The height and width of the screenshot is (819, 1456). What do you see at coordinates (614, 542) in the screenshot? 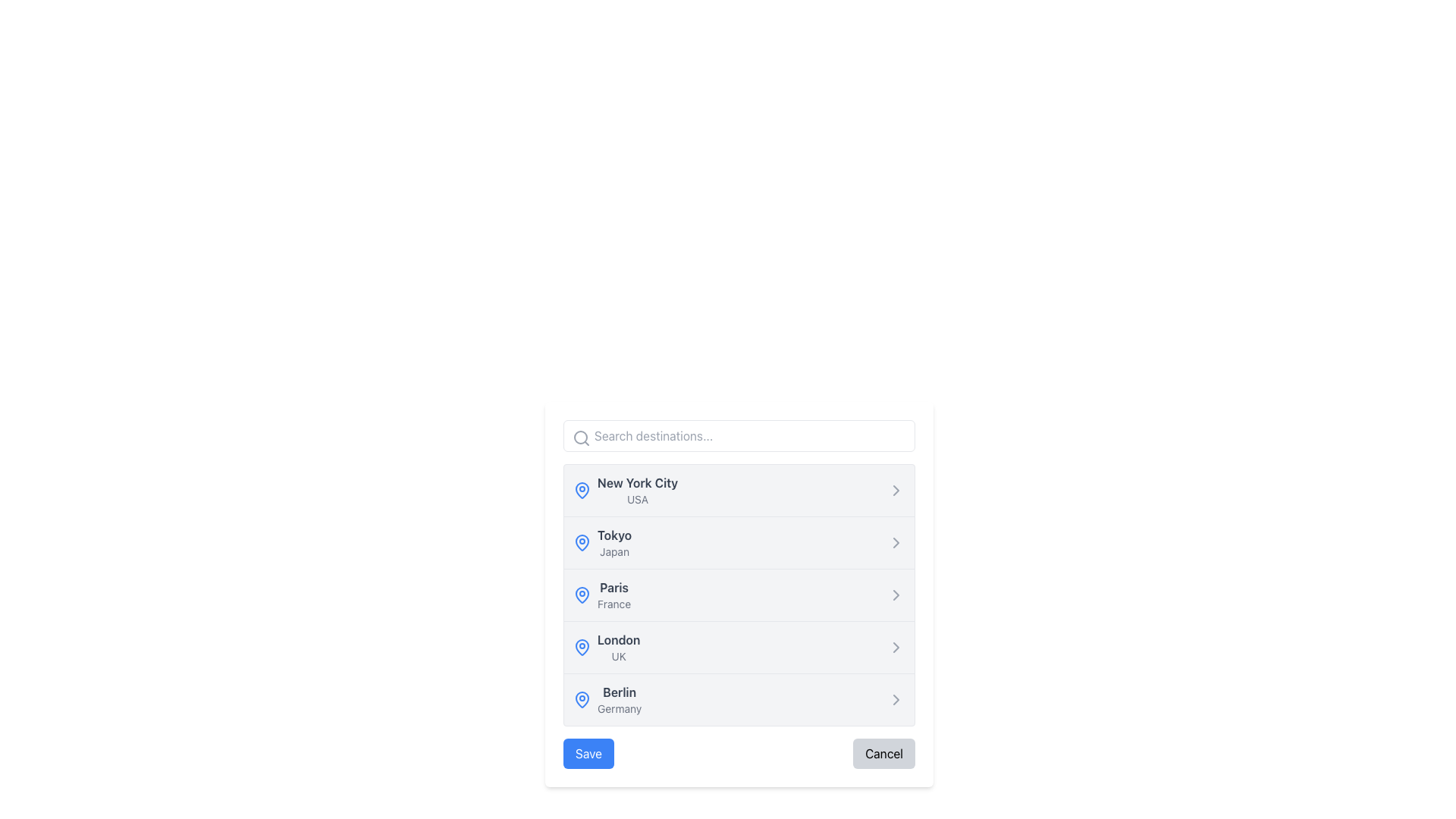
I see `the text label for 'Tokyo' which is the second item in a vertical list of destinations` at bounding box center [614, 542].